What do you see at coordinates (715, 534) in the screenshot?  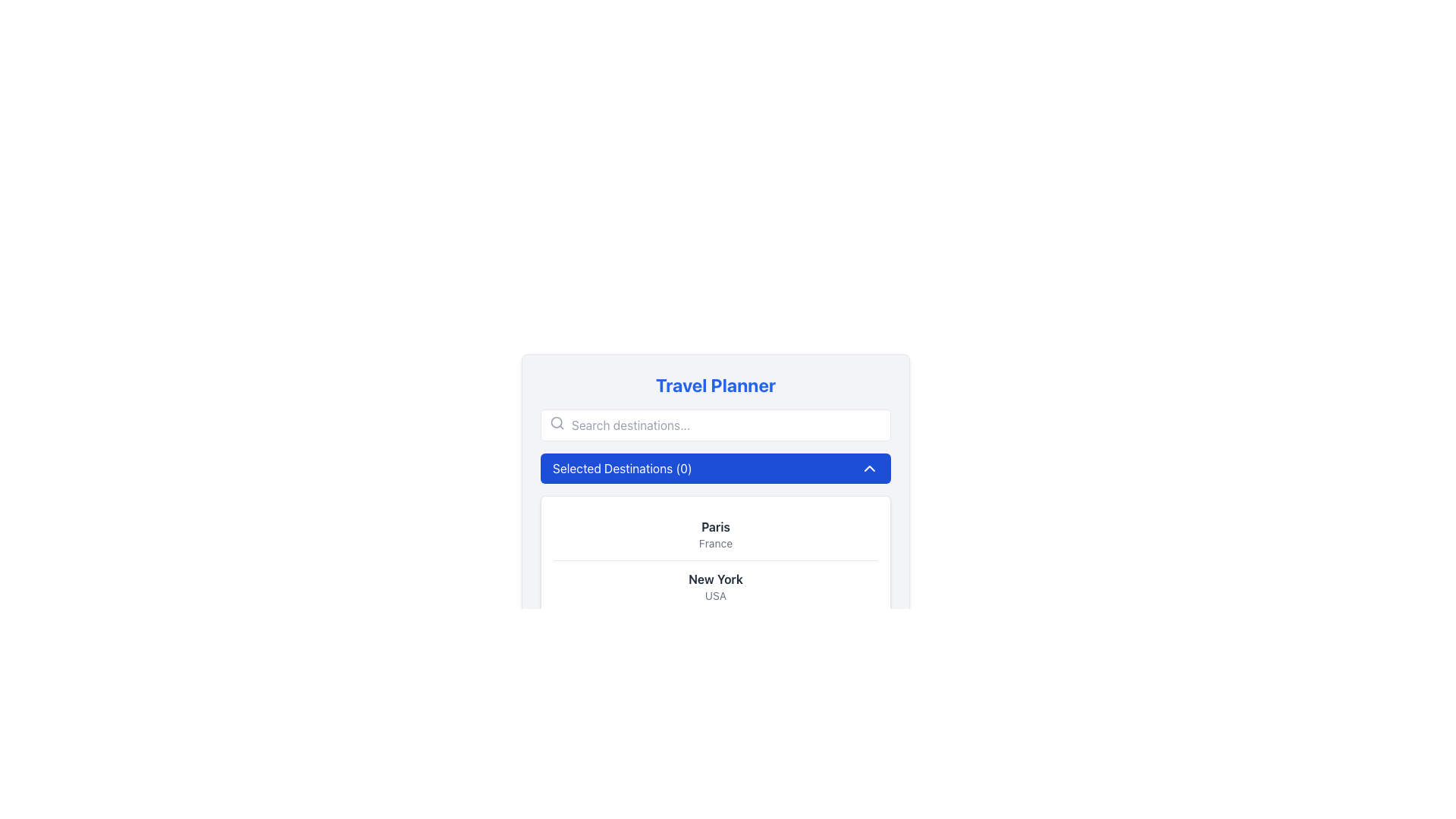 I see `the first selectable list item displaying 'Paris' and 'France' in the 'Selected Destinations (0)' section` at bounding box center [715, 534].